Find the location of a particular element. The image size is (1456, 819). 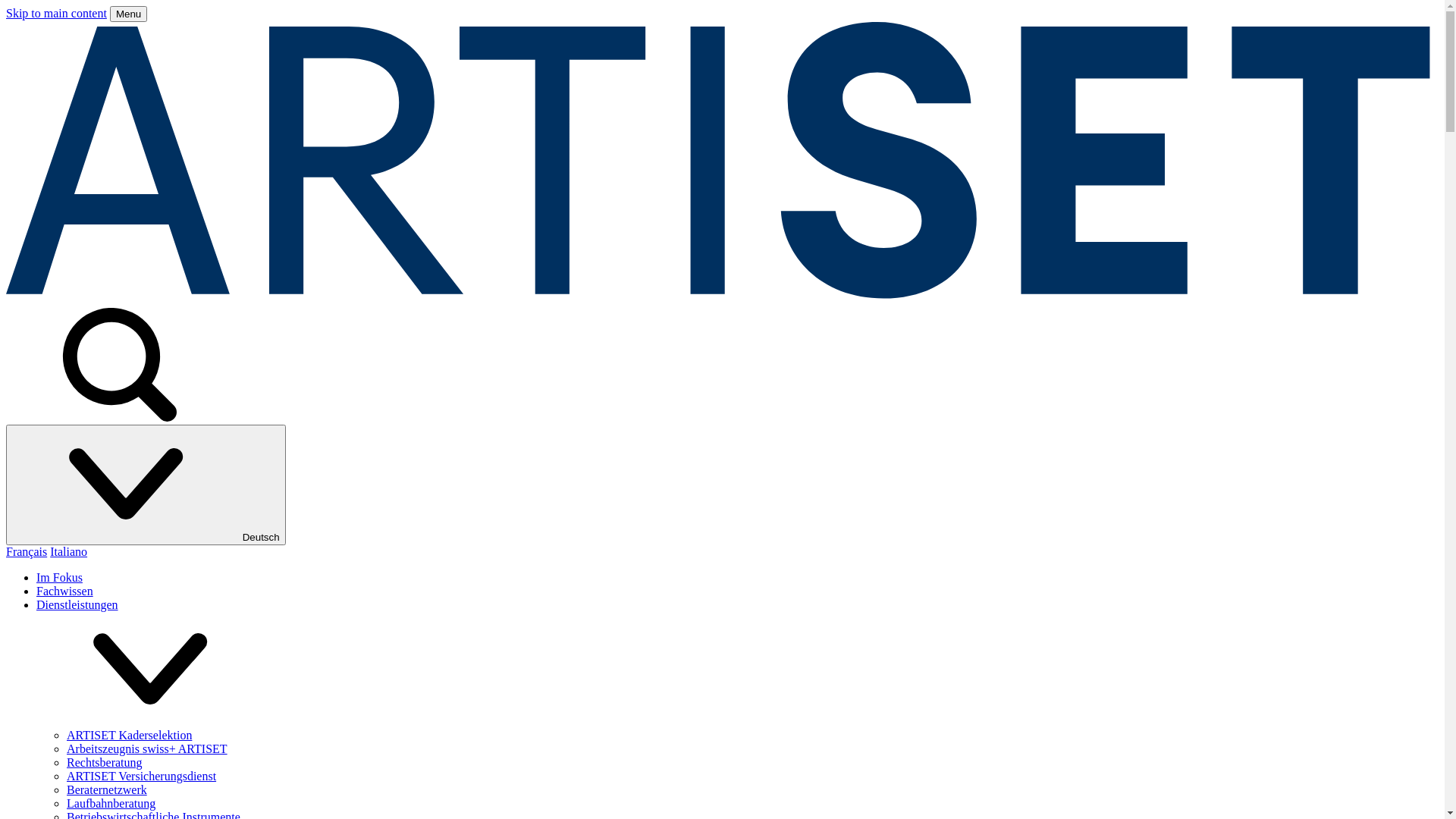

'ARTISET Kaderselektion' is located at coordinates (129, 734).